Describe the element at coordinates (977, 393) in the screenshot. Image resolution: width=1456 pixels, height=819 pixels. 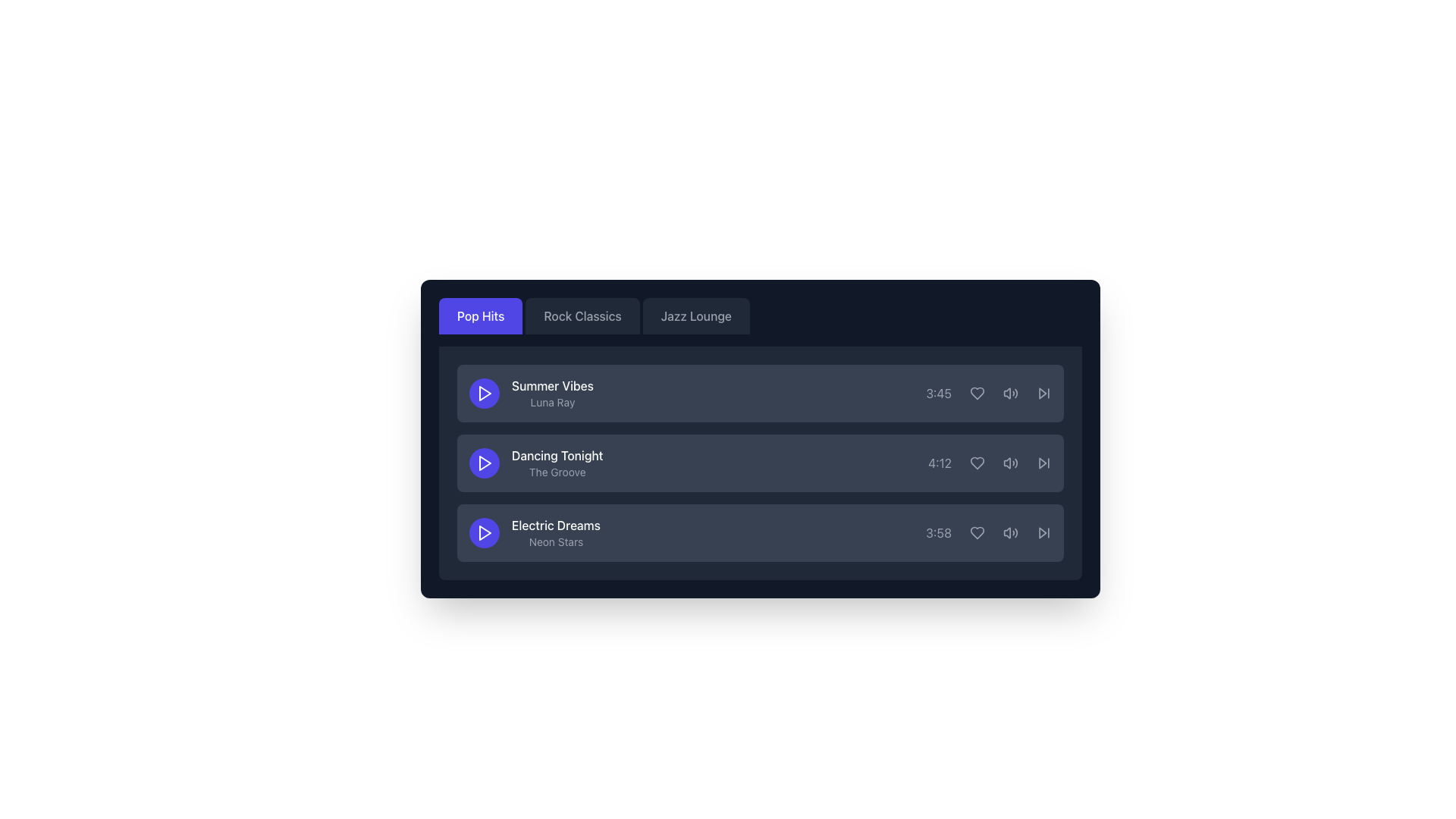
I see `the heart-shaped 'like' button outlined in gray, located to the right of the time '3:45' and slightly left of the sound icon in the 'Summer Vibes' playlist interface` at that location.